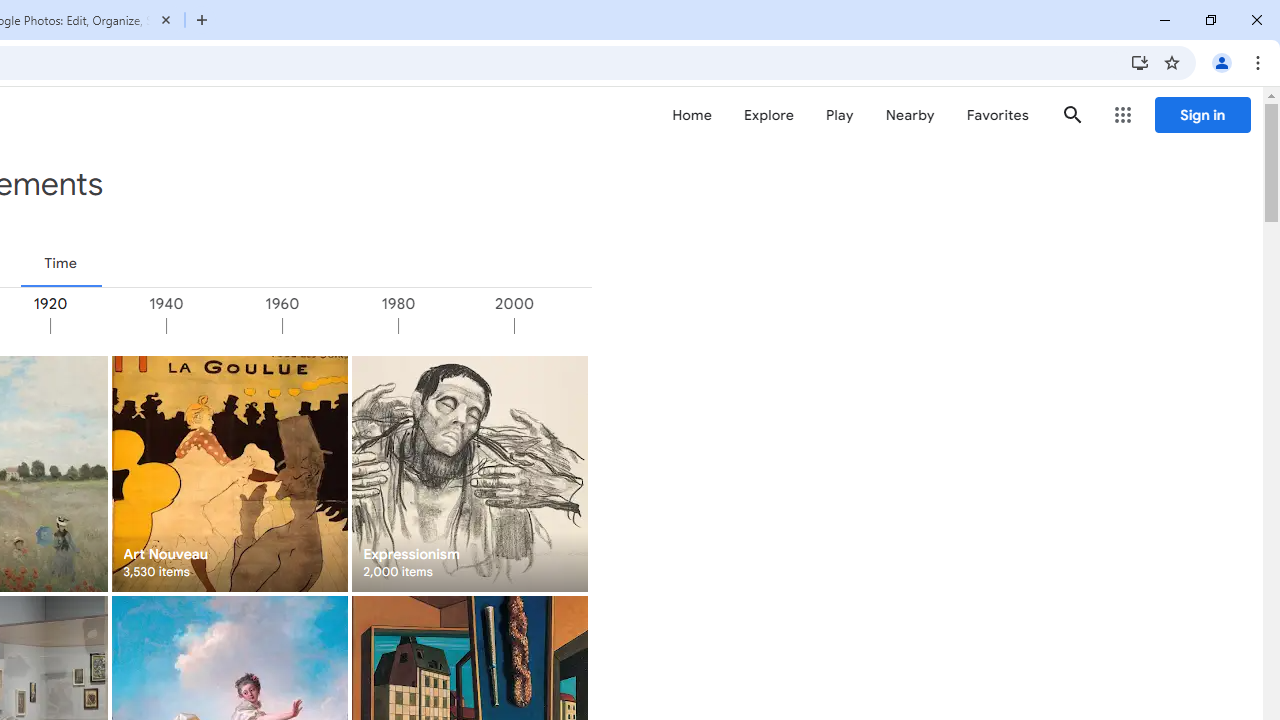  What do you see at coordinates (339, 325) in the screenshot?
I see `'1960'` at bounding box center [339, 325].